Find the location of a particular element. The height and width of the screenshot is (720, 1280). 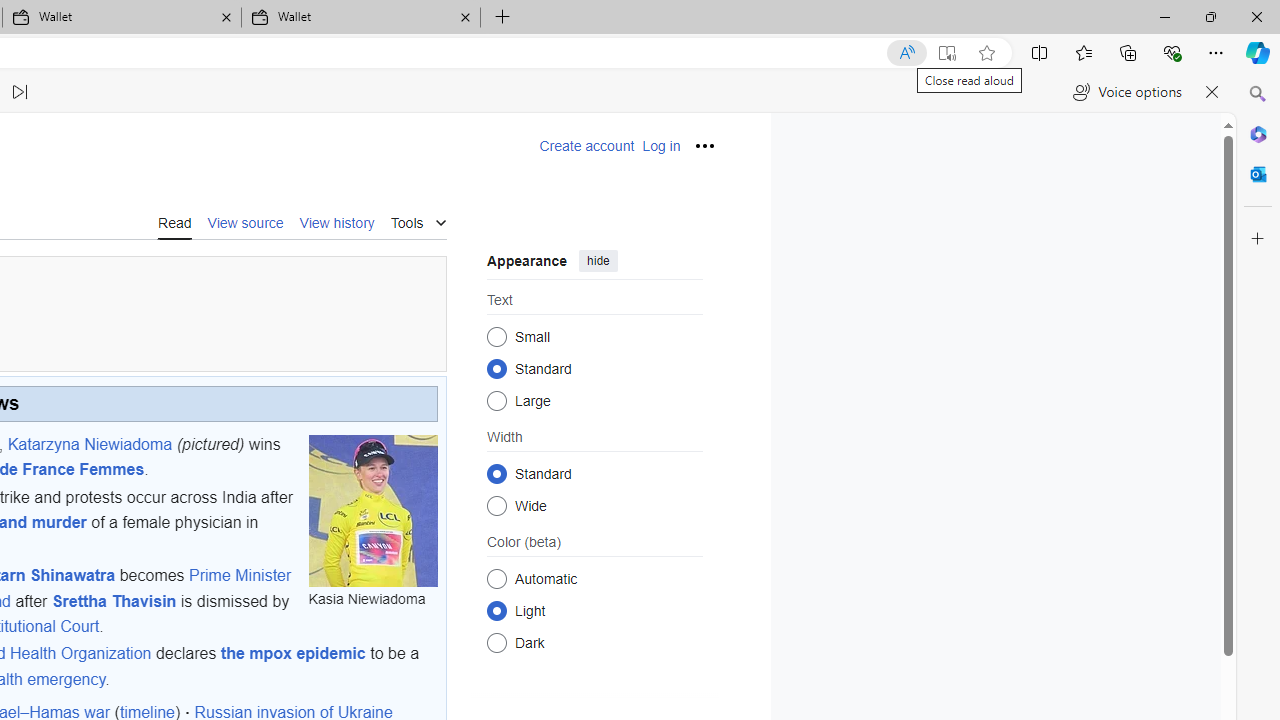

'Kasia Niewiadoma' is located at coordinates (373, 509).